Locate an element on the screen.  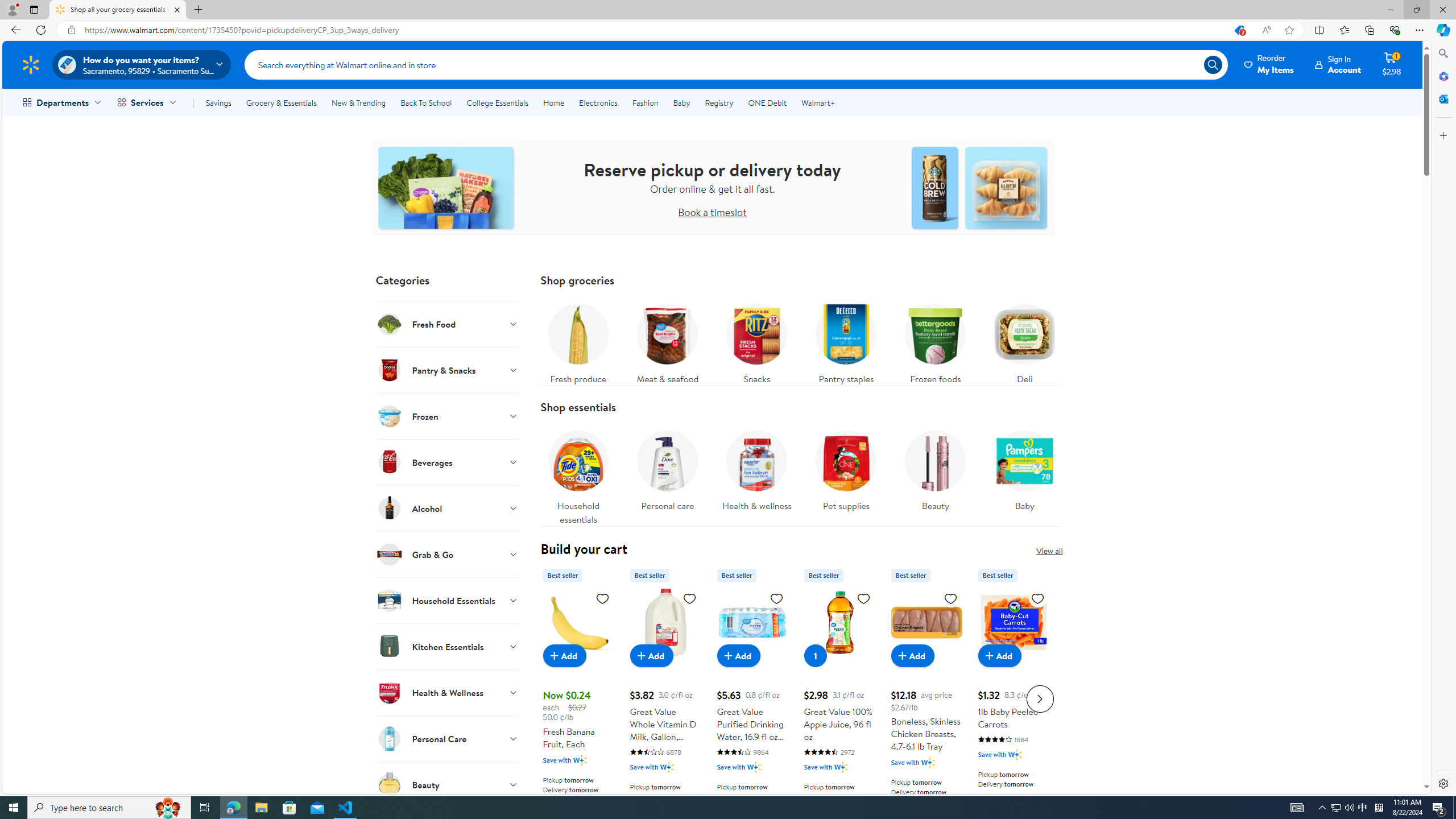
'Kitchen Essentials' is located at coordinates (446, 646).